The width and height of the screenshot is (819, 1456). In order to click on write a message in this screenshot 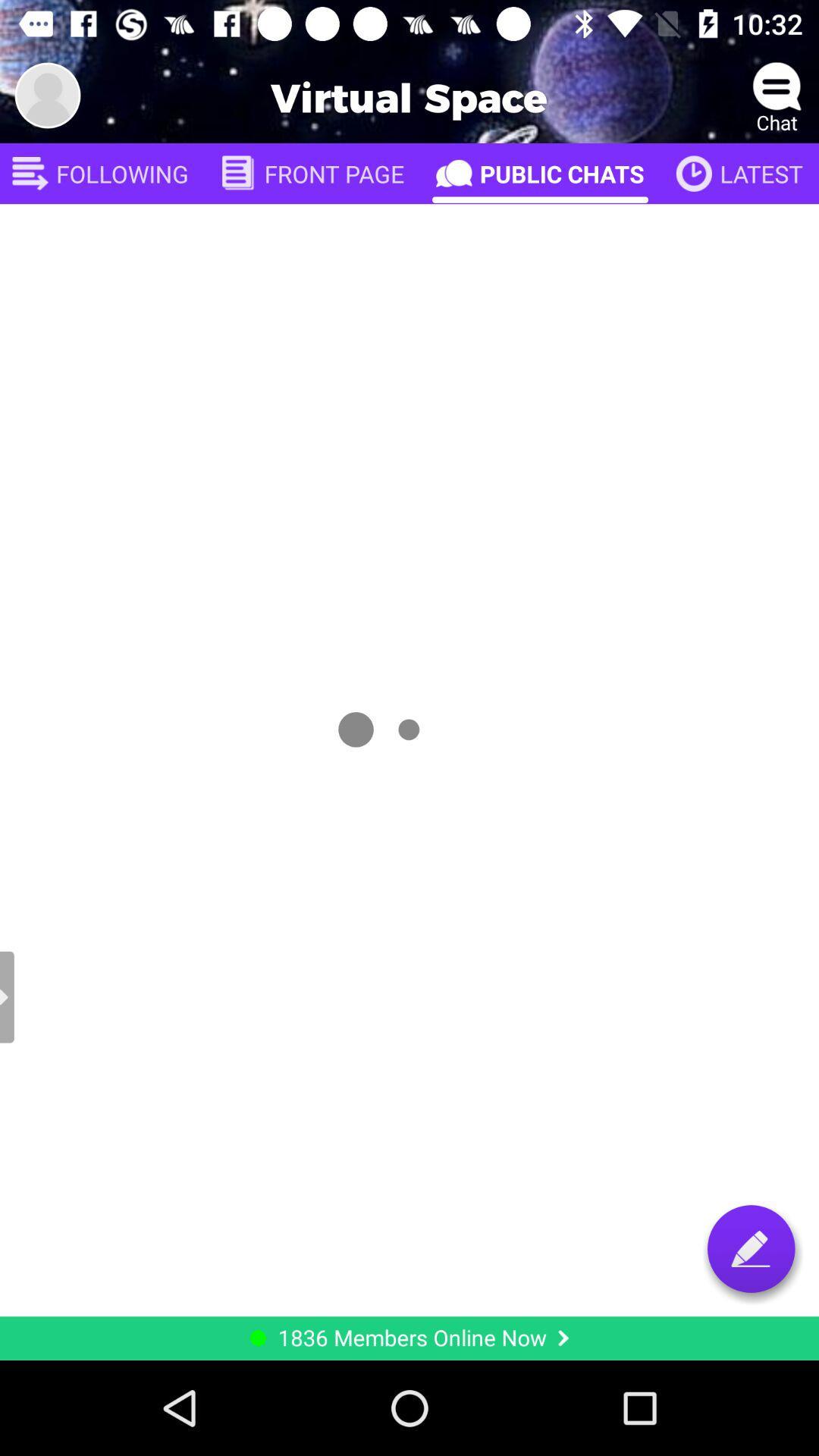, I will do `click(751, 1248)`.